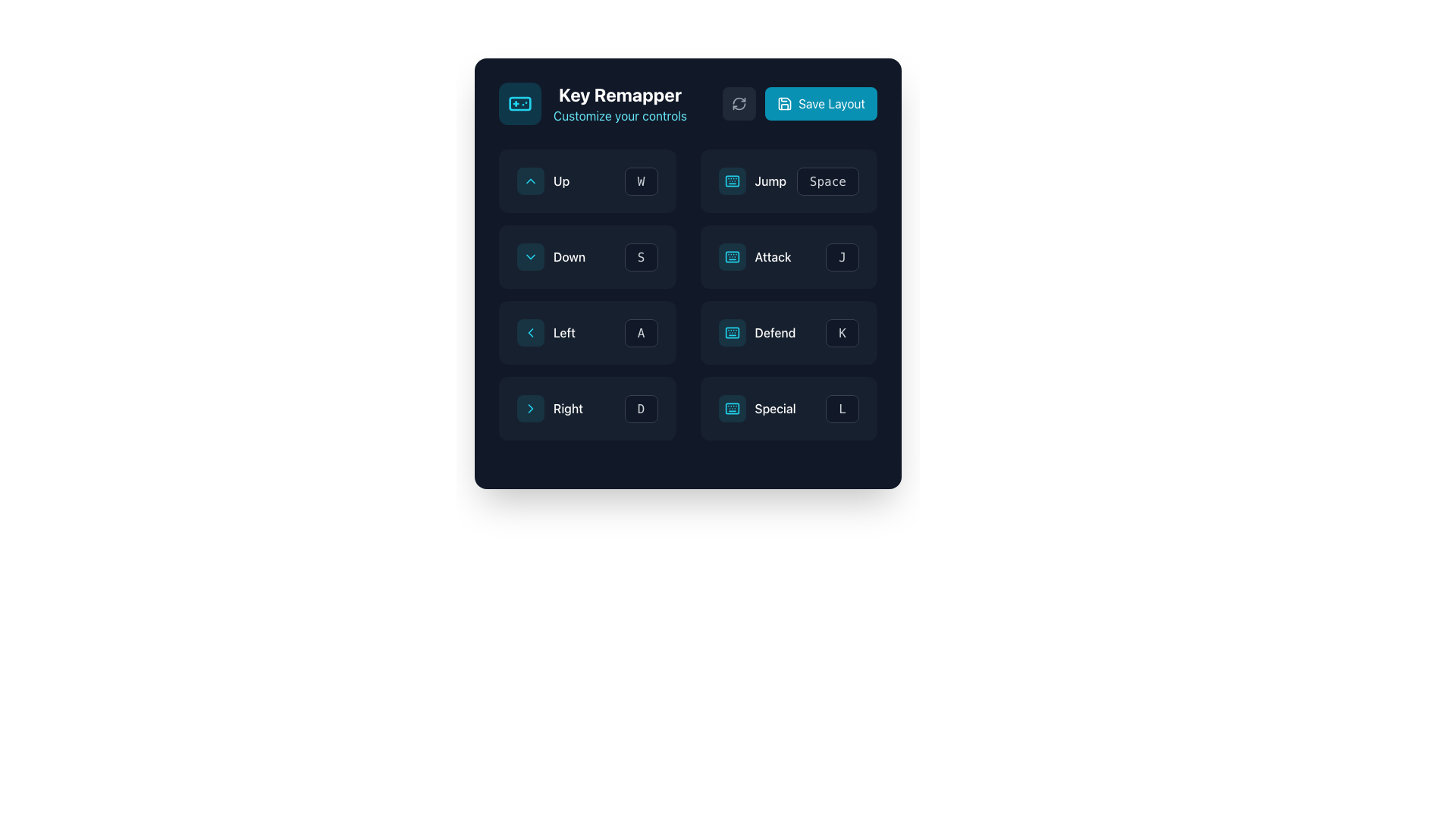 Image resolution: width=1456 pixels, height=819 pixels. Describe the element at coordinates (773, 256) in the screenshot. I see `the 'attack' text label displayed in white on a dark background, located within the control customization panel in the 'Jump' and 'Defend' row` at that location.